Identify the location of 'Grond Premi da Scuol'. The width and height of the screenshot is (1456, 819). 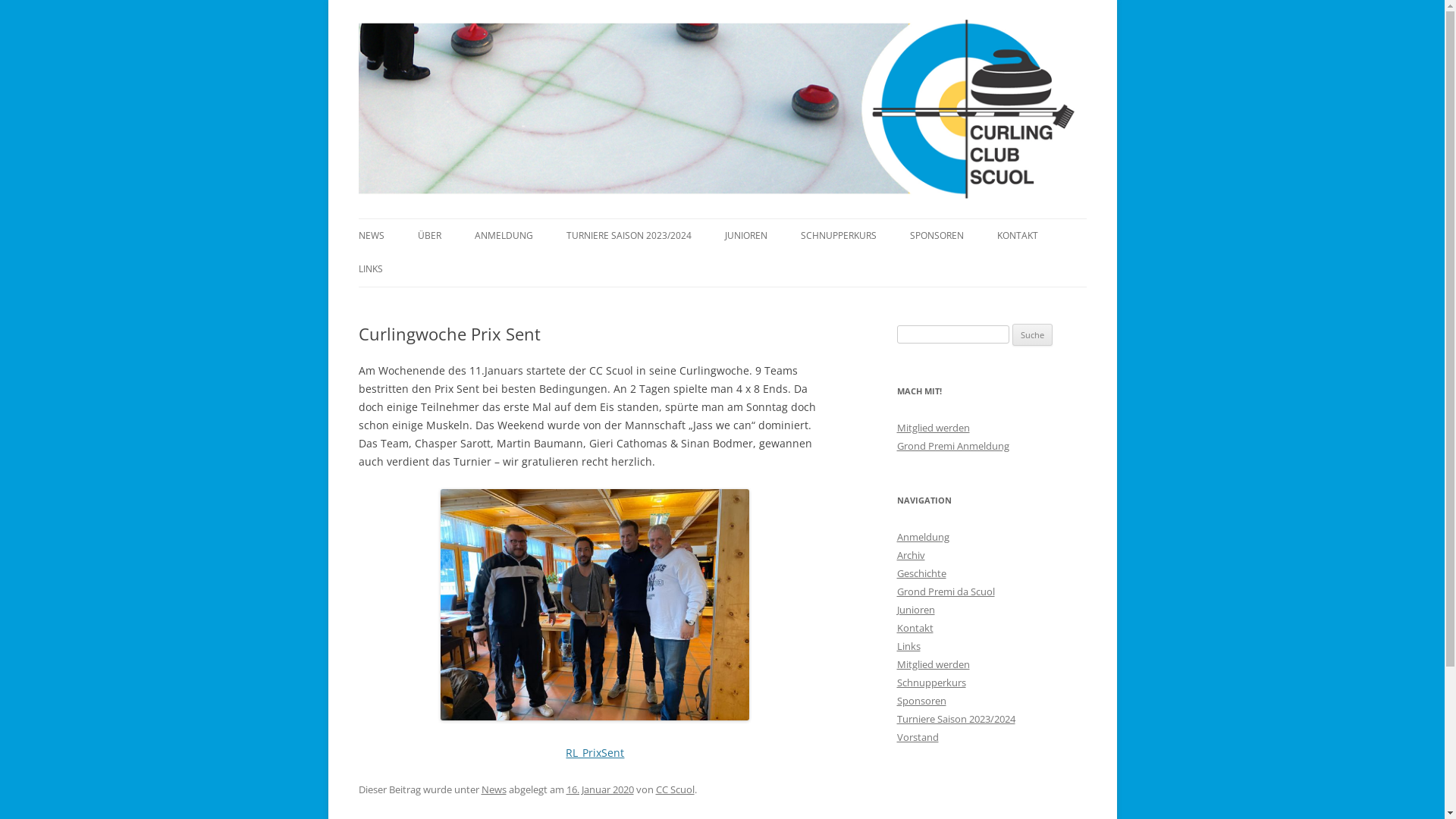
(944, 590).